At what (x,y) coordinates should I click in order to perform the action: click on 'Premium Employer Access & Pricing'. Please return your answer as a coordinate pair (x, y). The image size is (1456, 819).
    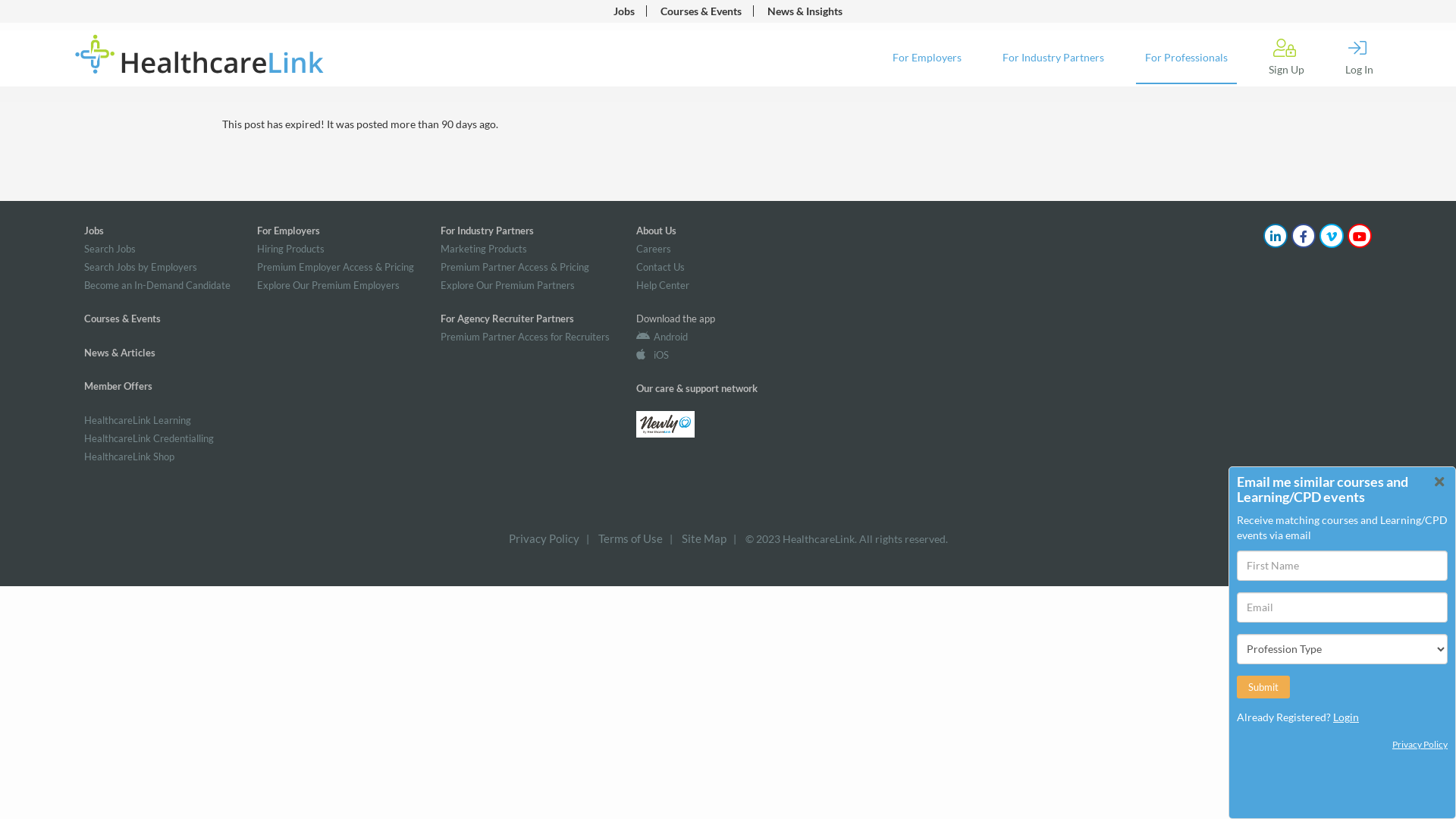
    Looking at the image, I should click on (334, 265).